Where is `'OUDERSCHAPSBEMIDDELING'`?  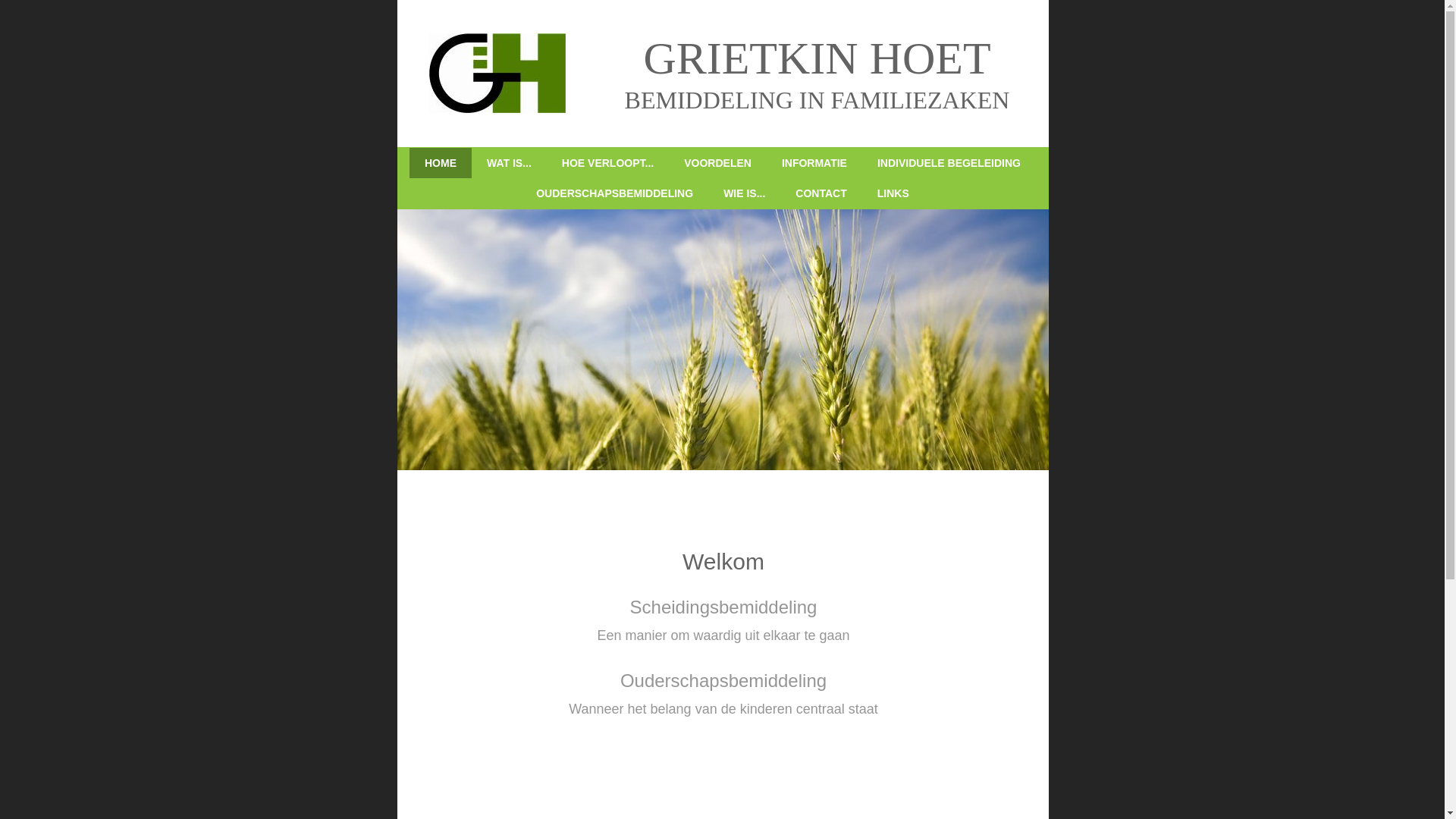 'OUDERSCHAPSBEMIDDELING' is located at coordinates (614, 192).